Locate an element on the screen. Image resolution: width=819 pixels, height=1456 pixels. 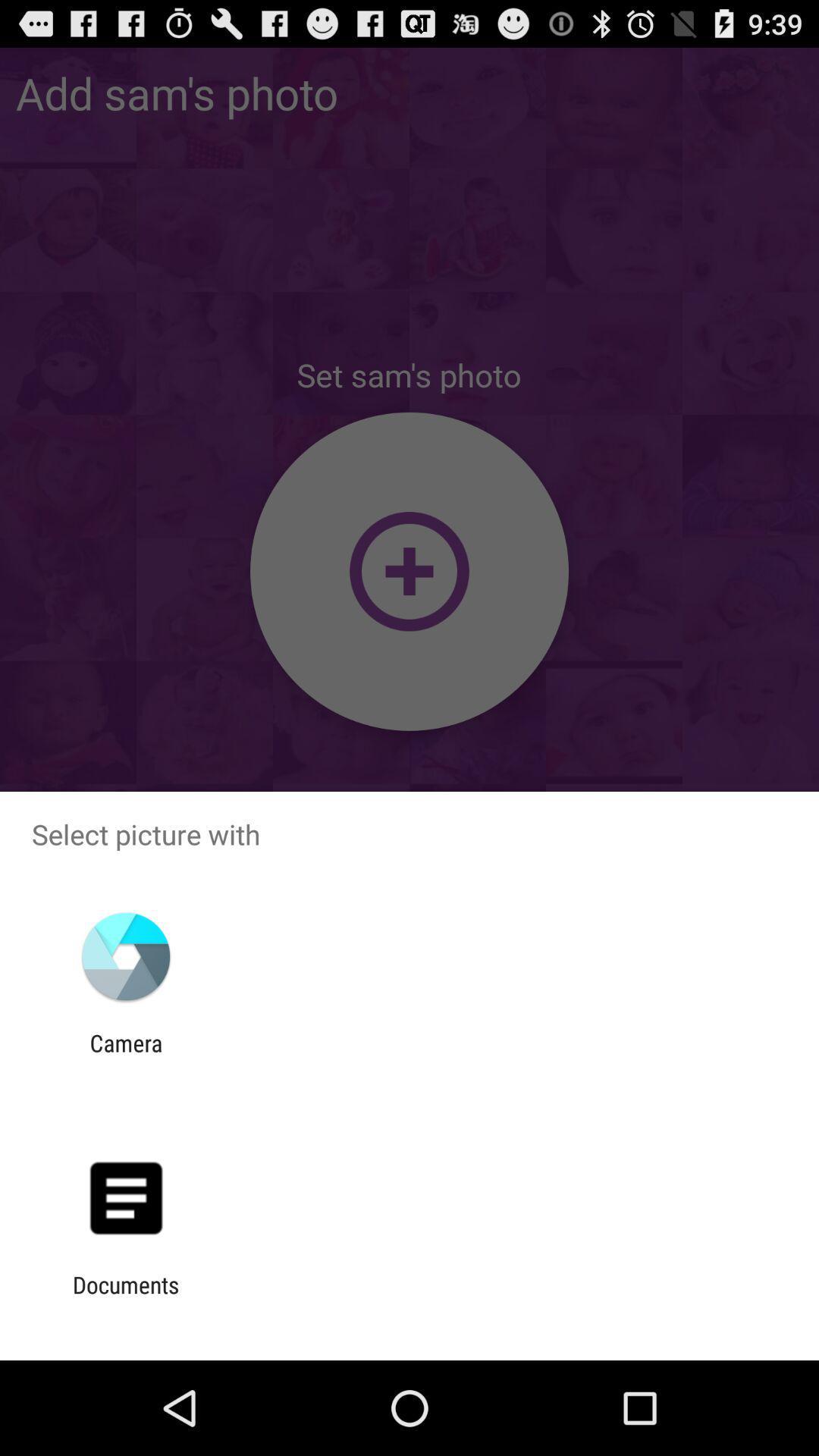
the camera is located at coordinates (125, 1056).